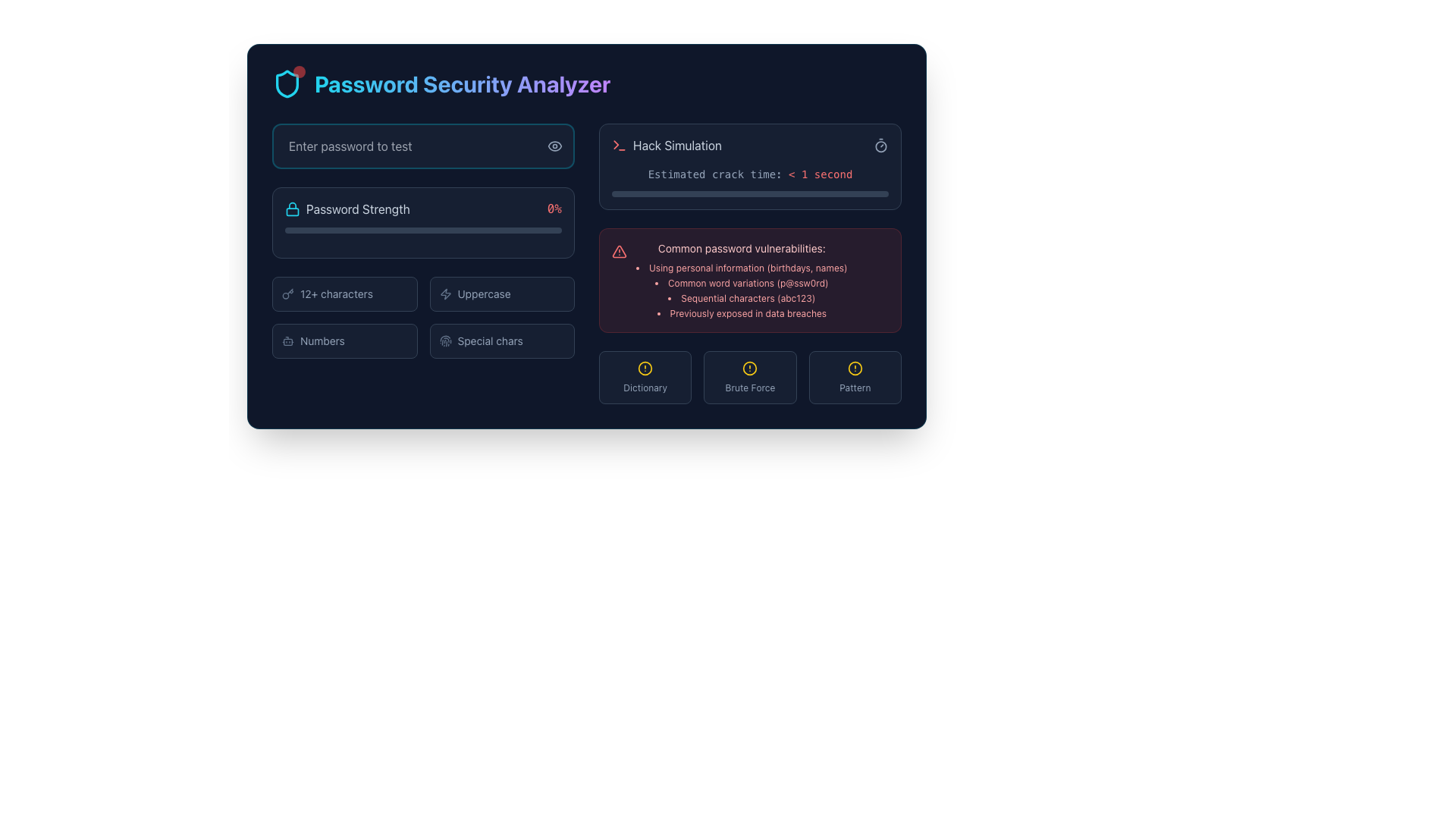 The height and width of the screenshot is (819, 1456). Describe the element at coordinates (490, 341) in the screenshot. I see `the text label displaying 'Special chars' which is located in the fourth option of the feature options row, styled with a smaller font size and slate-gray color in a dark-themed interface` at that location.